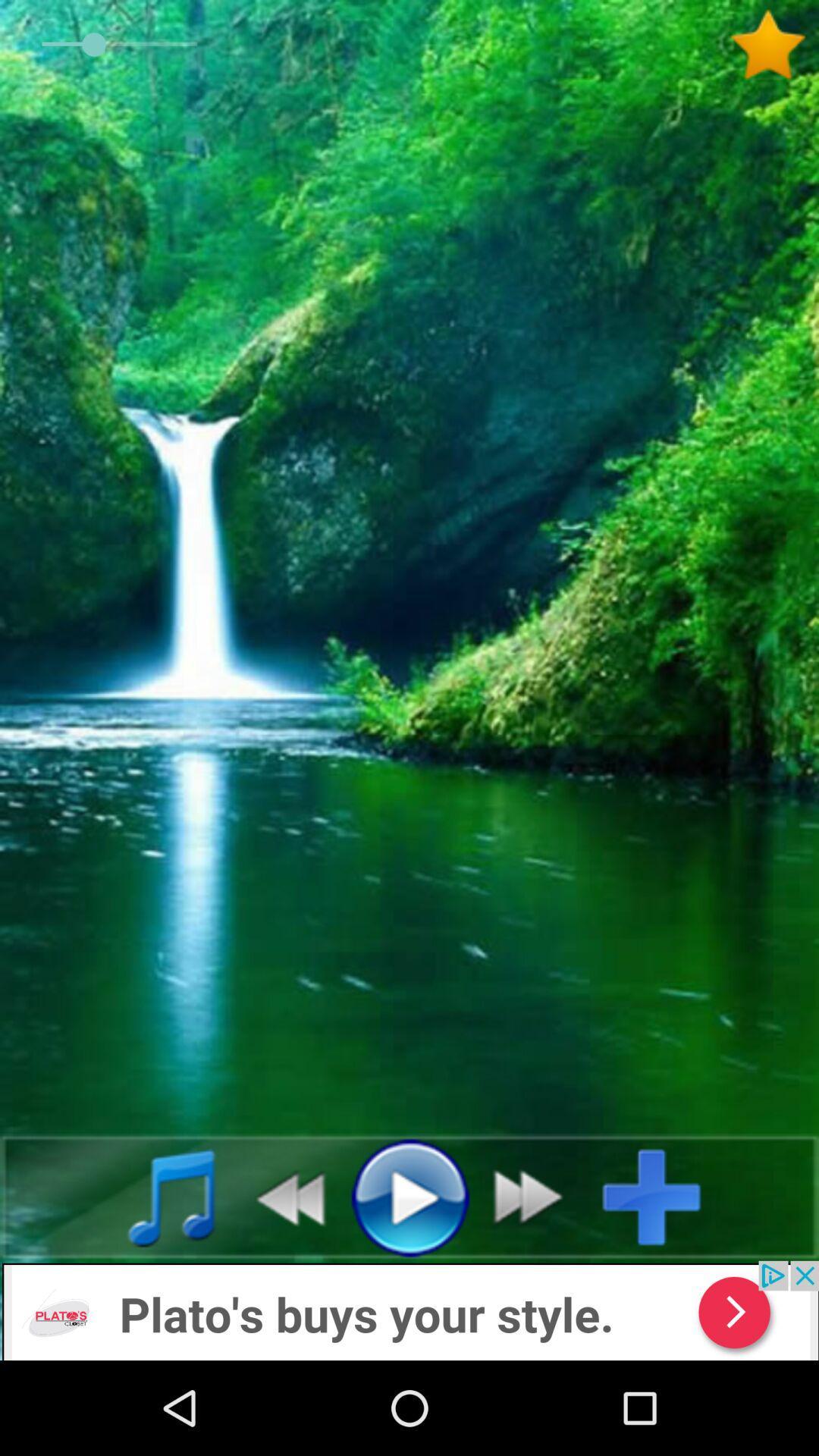  Describe the element at coordinates (663, 1196) in the screenshot. I see `the add icon` at that location.